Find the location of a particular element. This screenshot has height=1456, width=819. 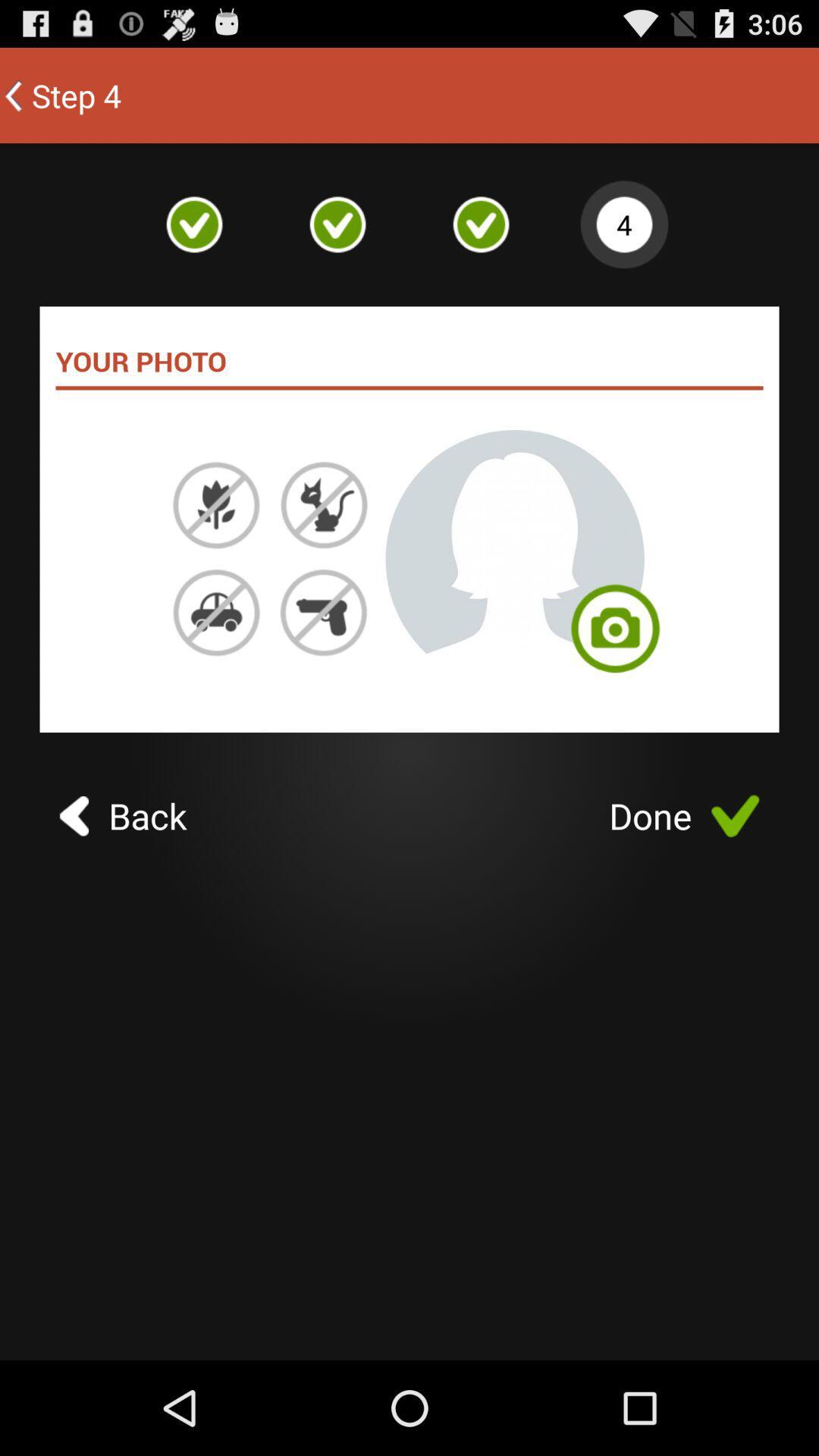

a button back which is on the left side of the page is located at coordinates (122, 814).